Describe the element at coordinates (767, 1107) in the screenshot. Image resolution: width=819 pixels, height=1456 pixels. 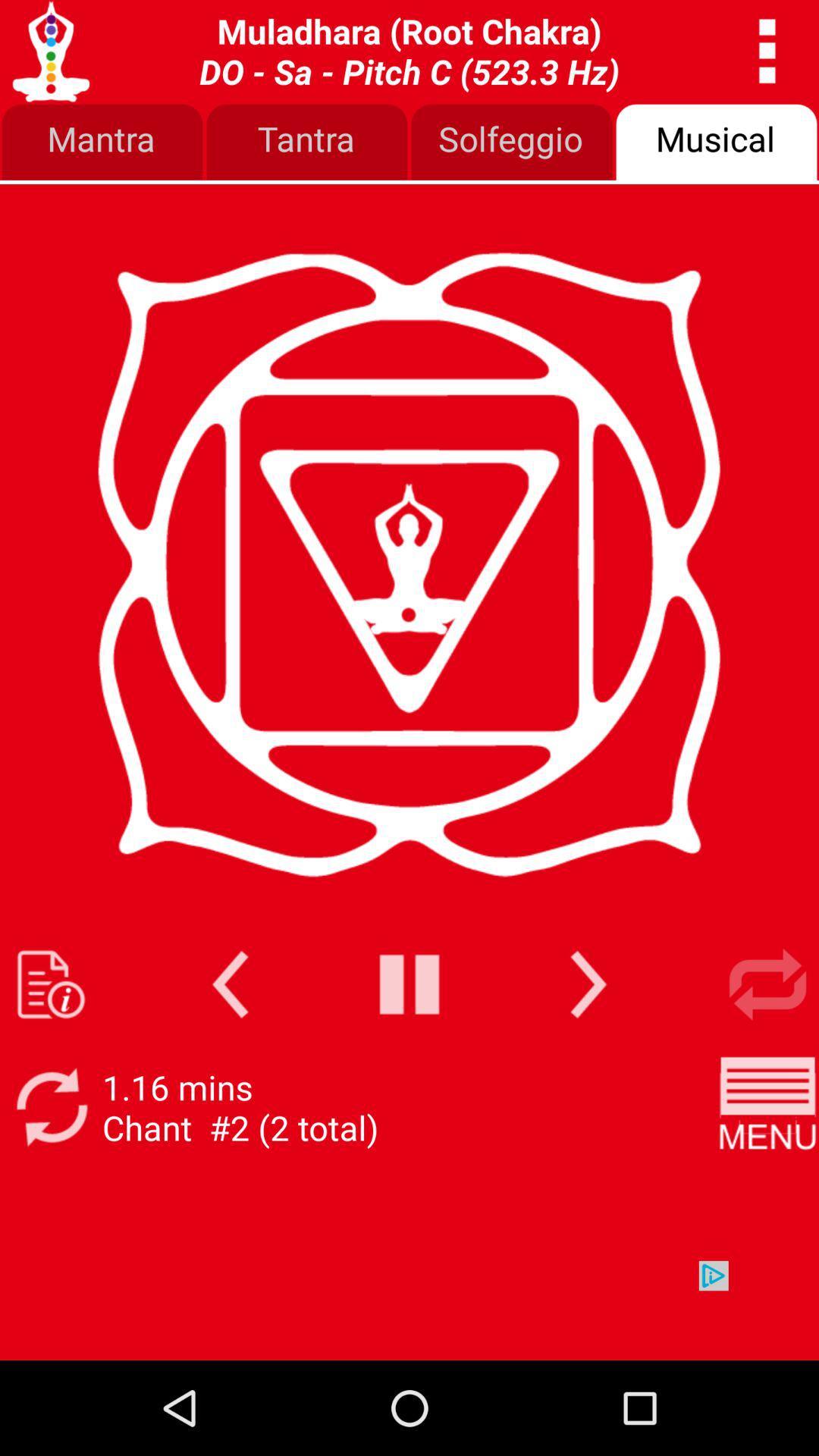
I see `menu option` at that location.